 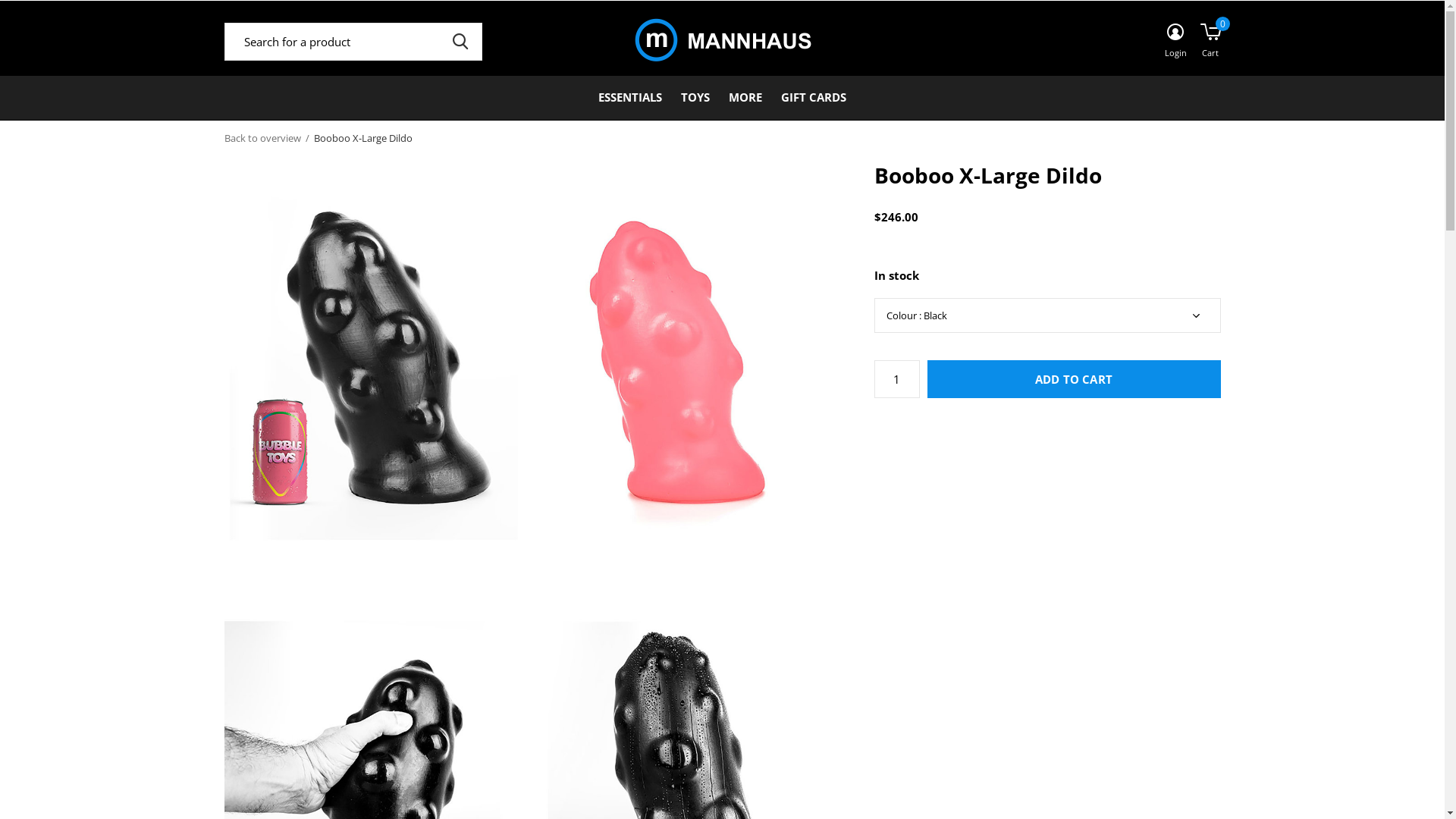 I want to click on 'GIFT CARDS', so click(x=813, y=96).